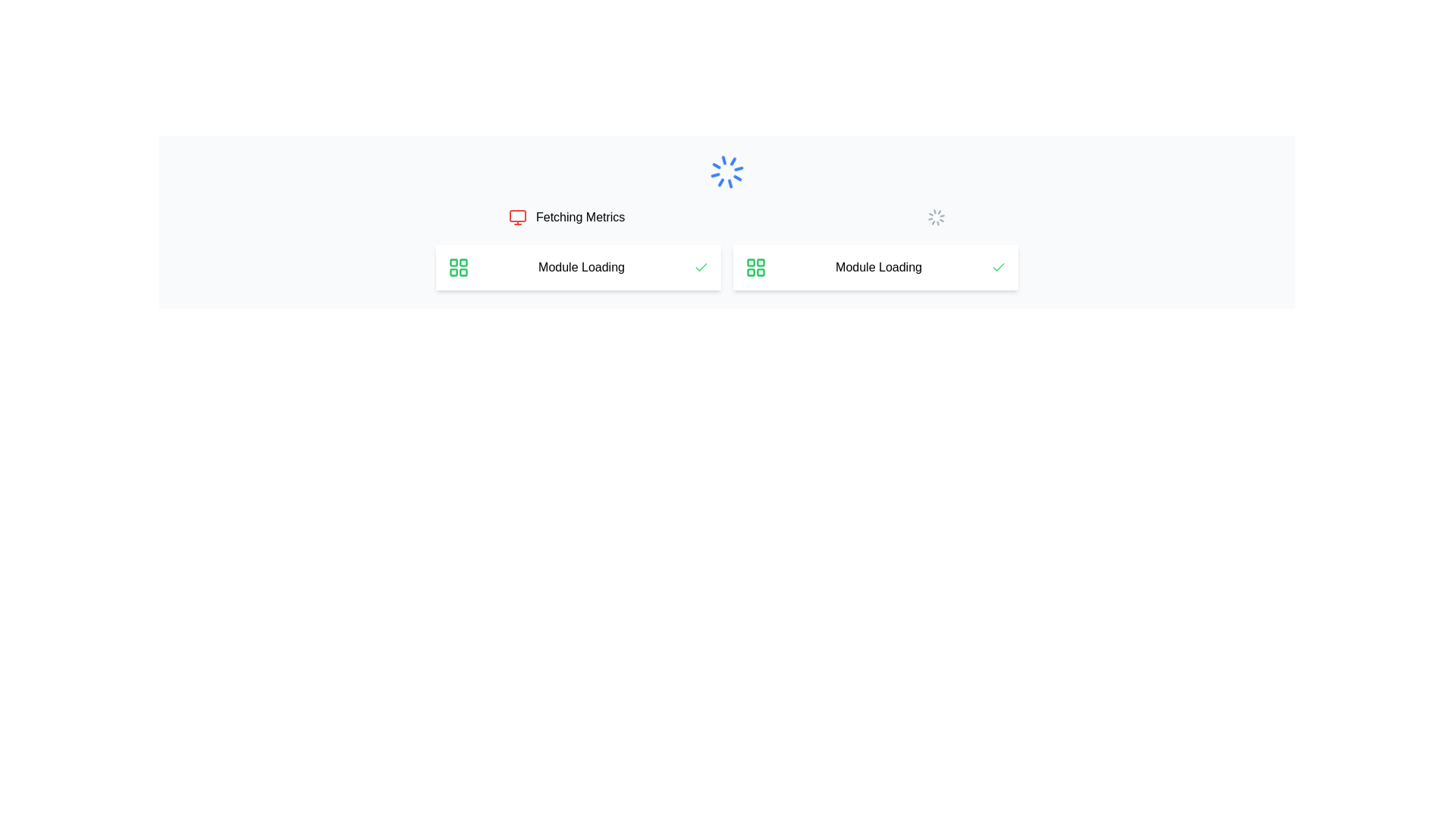 The image size is (1456, 819). Describe the element at coordinates (457, 267) in the screenshot. I see `the grid icon located within the 'Module Loading' panel, positioned on the left side adjacent to the text and before the green checkmark icon` at that location.